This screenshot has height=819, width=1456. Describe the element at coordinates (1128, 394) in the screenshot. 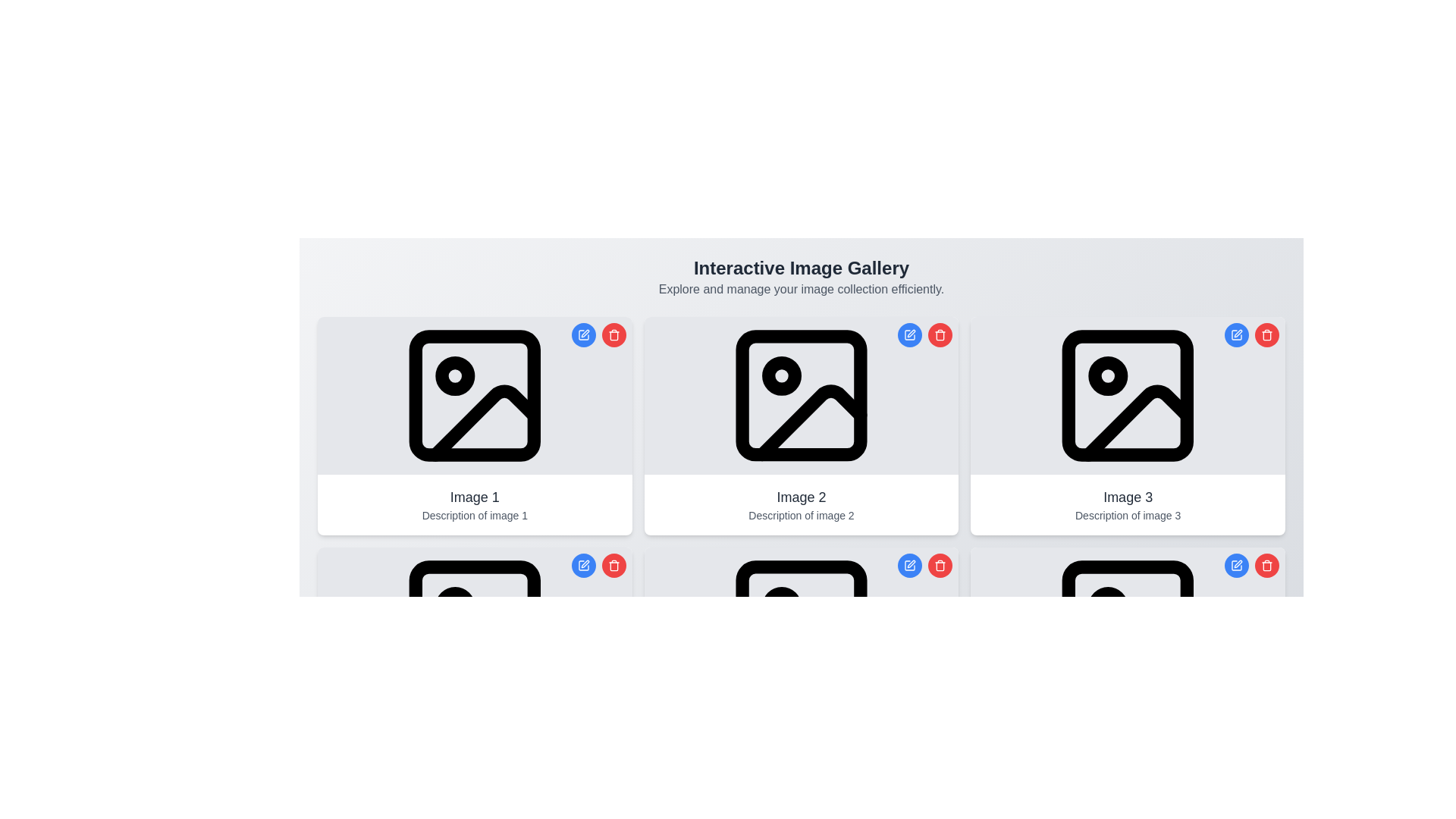

I see `the Image placeholder or SVG graphic in the third card of the first row, titled 'Image 3', which displays an abstract image representation` at that location.